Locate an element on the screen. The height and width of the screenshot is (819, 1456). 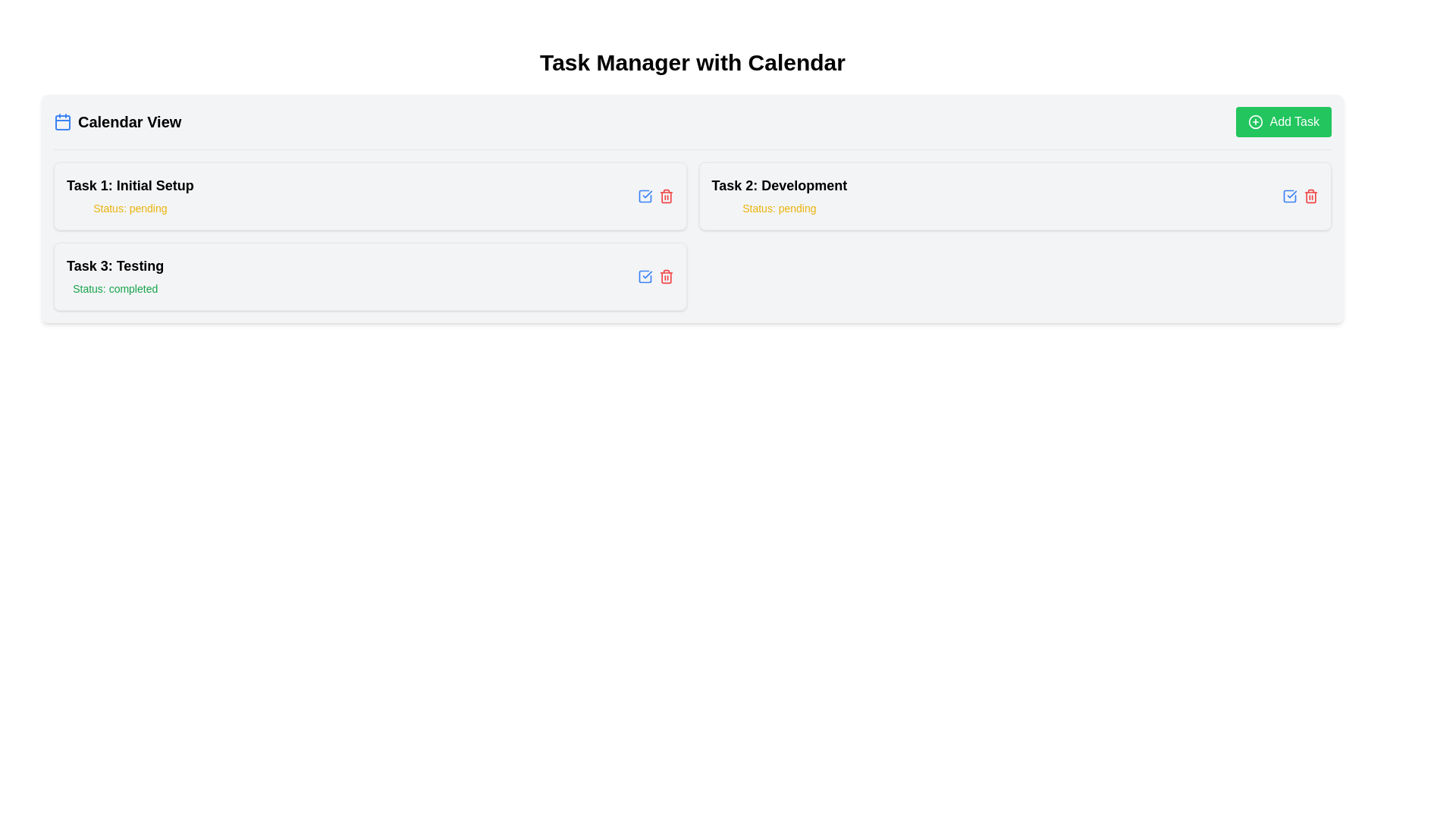
the 'Calendar View' text label, which is distinguished by its bold font and adjacent blue calendar icon, located in the top-left corner of its section is located at coordinates (117, 121).